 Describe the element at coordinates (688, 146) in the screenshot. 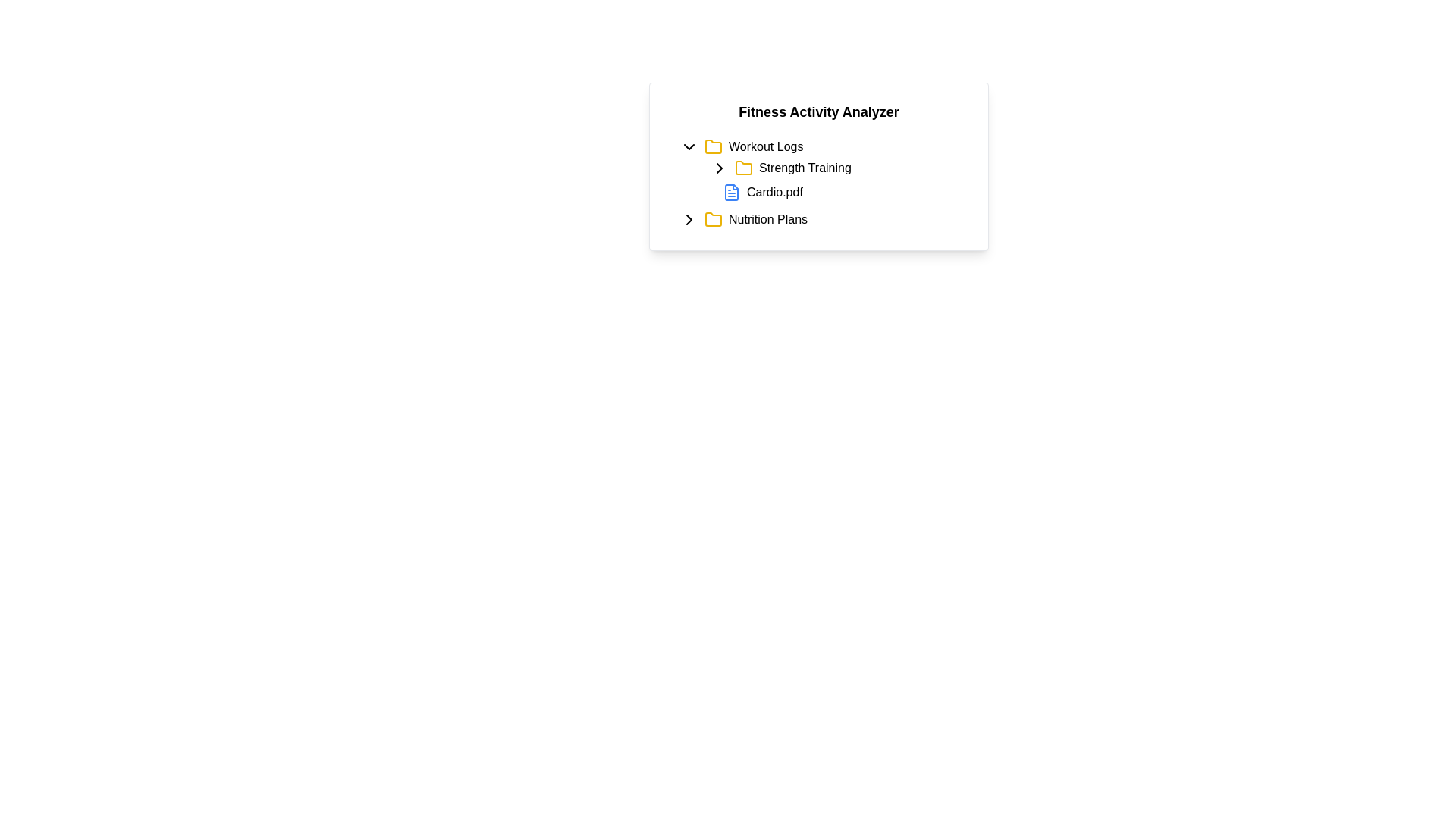

I see `the downward-pointing chevron icon located to the left of the 'Workout Logs' label` at that location.